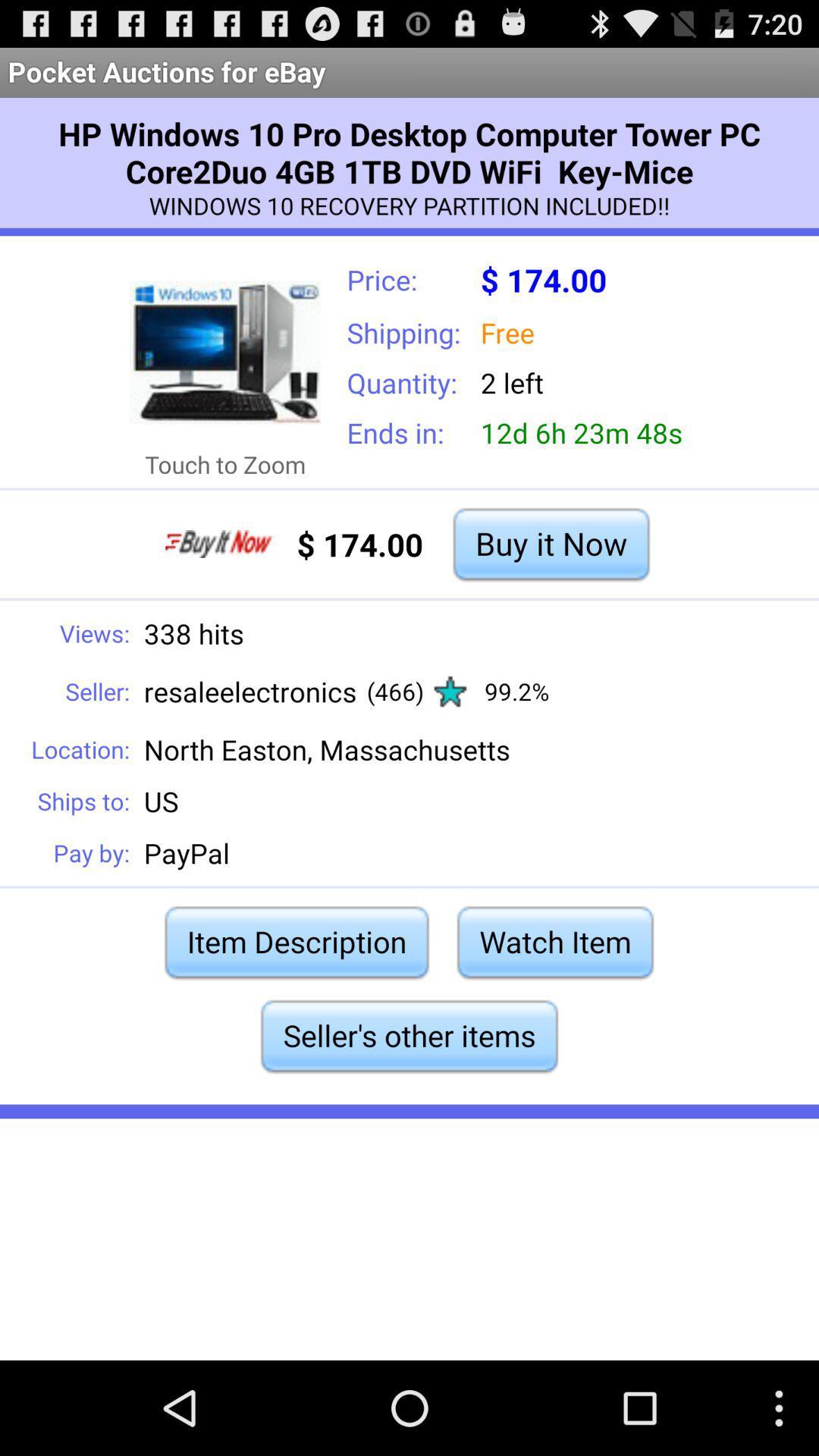 This screenshot has height=1456, width=819. I want to click on the watch item icon, so click(555, 941).